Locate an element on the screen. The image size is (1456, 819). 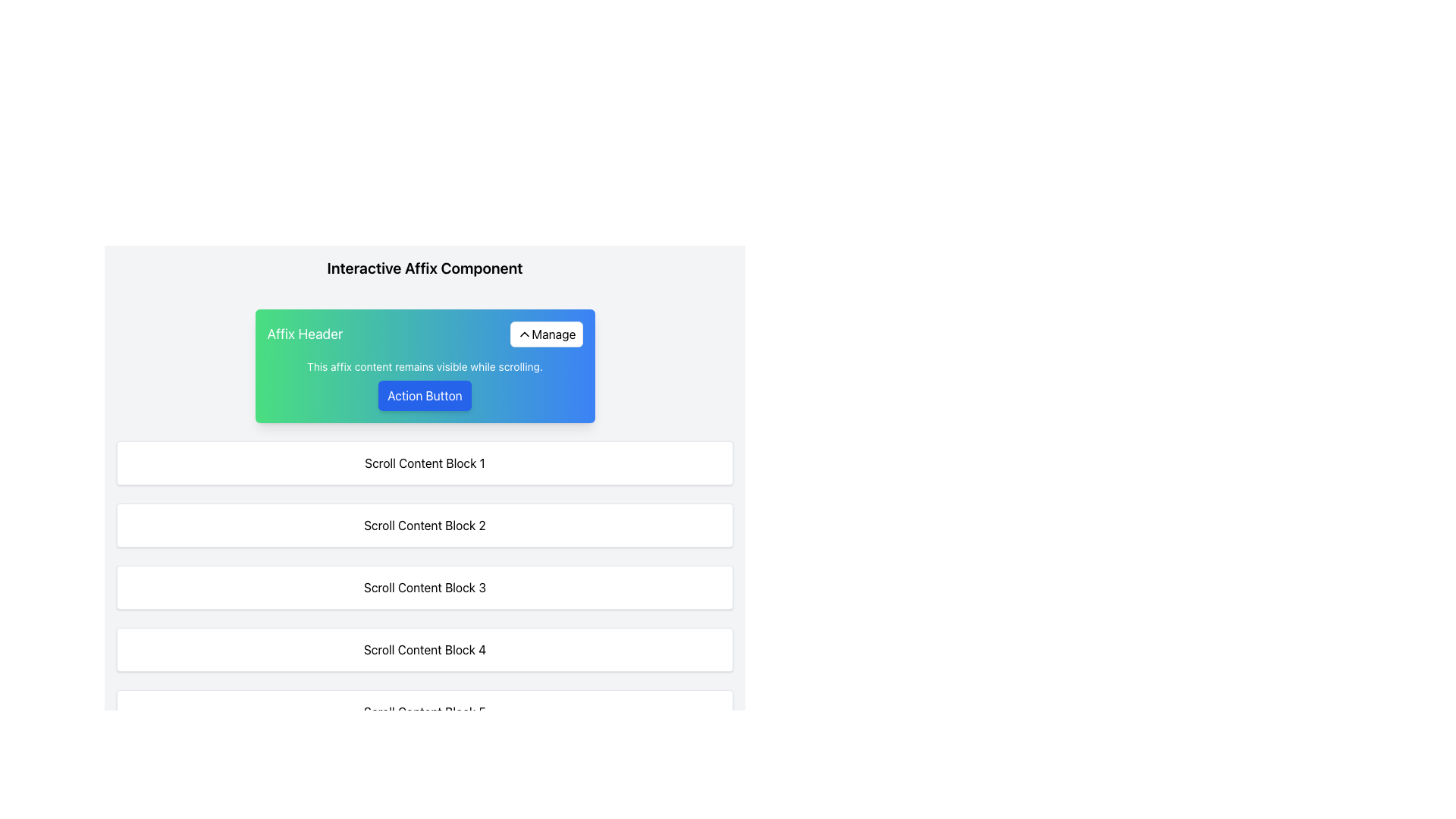
the textual header labeled 'Interactive Affix Component' is located at coordinates (425, 268).